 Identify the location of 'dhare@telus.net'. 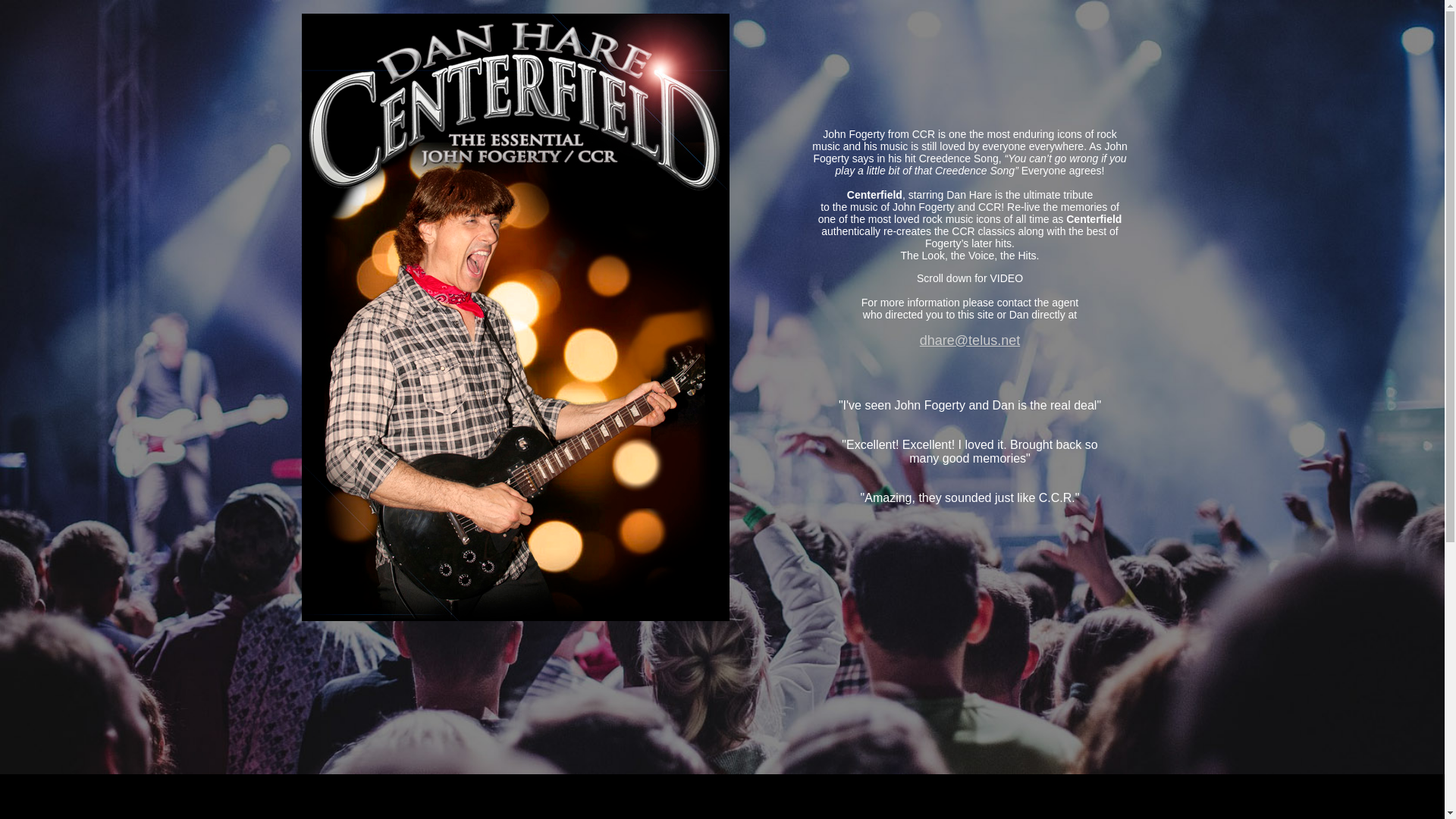
(968, 339).